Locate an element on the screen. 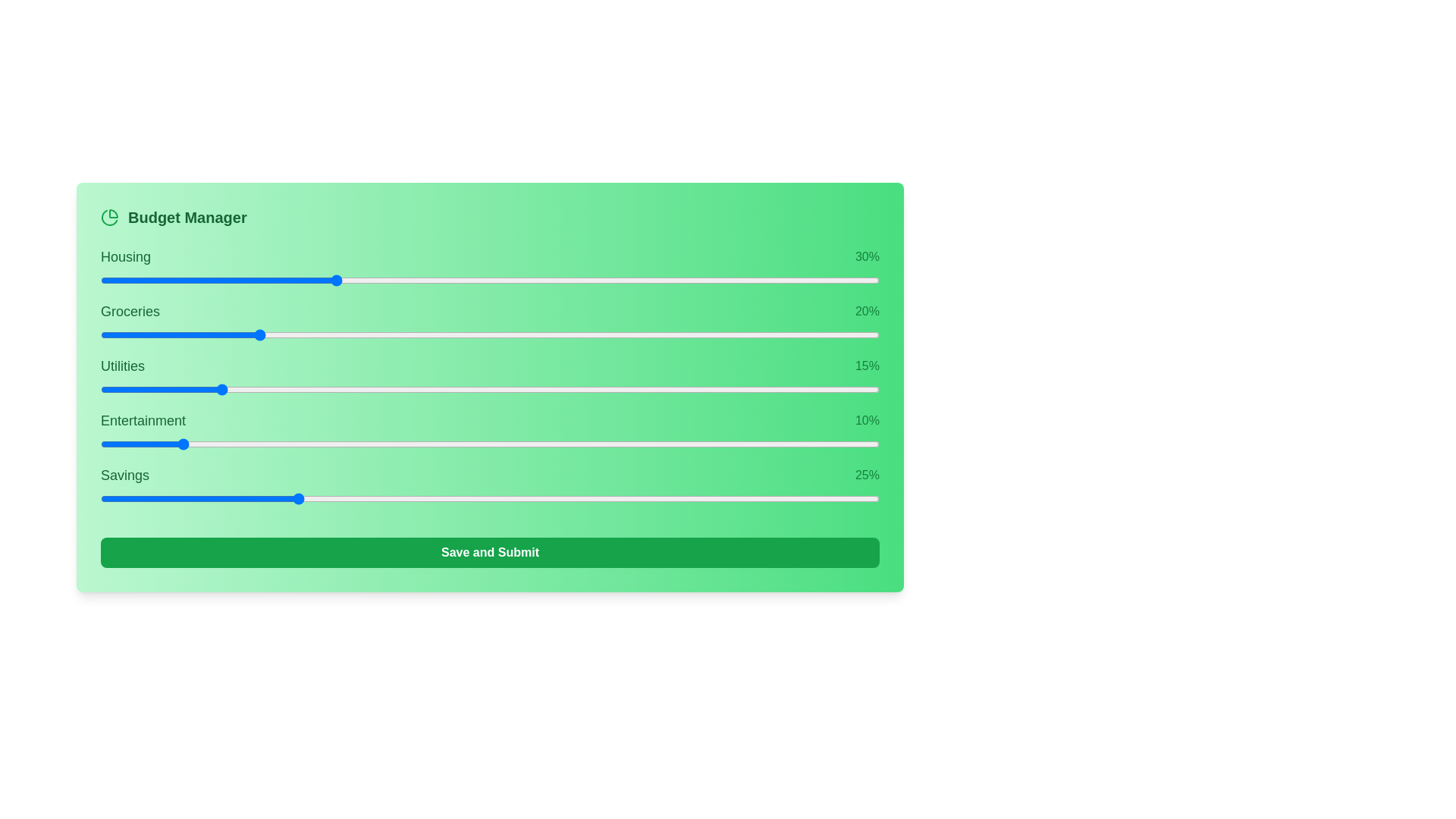 This screenshot has height=819, width=1456. the slider for 2 to 21% allocation is located at coordinates (571, 388).